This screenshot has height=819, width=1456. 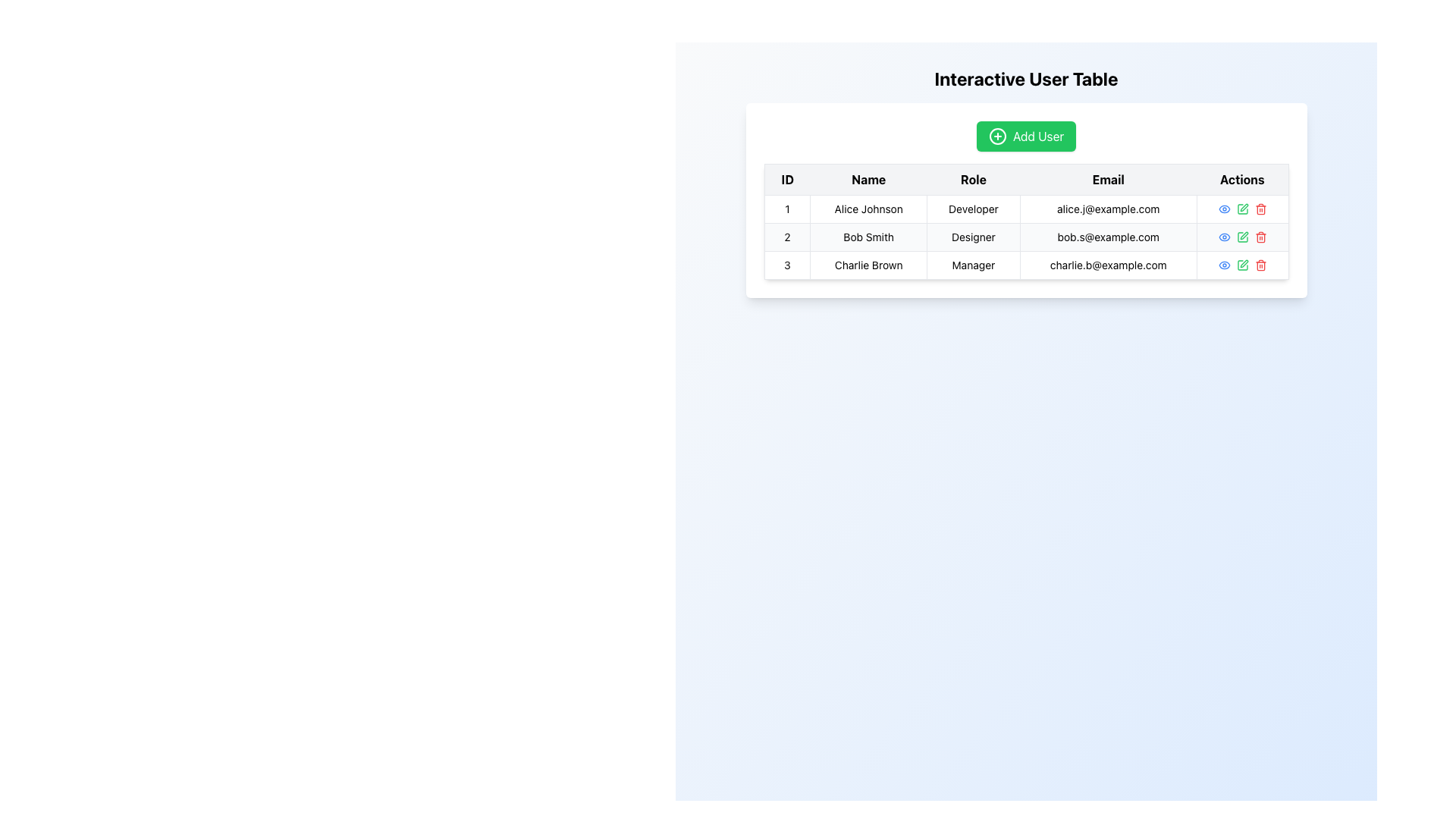 I want to click on the non-interactive text display showing the email address for user 'Charlie Brown' located in the fourth column of the third row of the data table, so click(x=1108, y=265).